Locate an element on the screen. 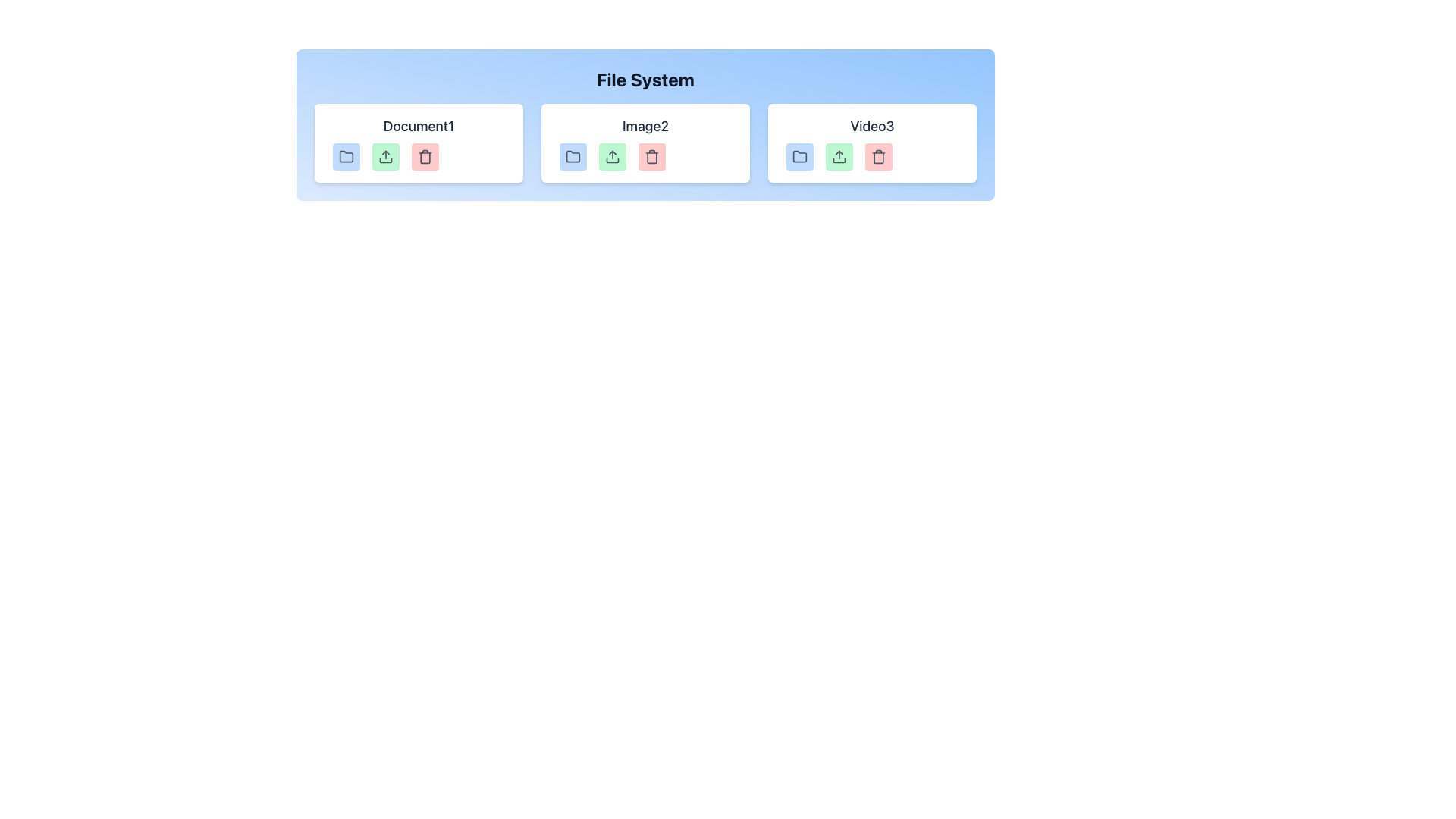 This screenshot has height=819, width=1456. the delete Icon button located at the lower right side of the 'Image2' module is located at coordinates (651, 157).